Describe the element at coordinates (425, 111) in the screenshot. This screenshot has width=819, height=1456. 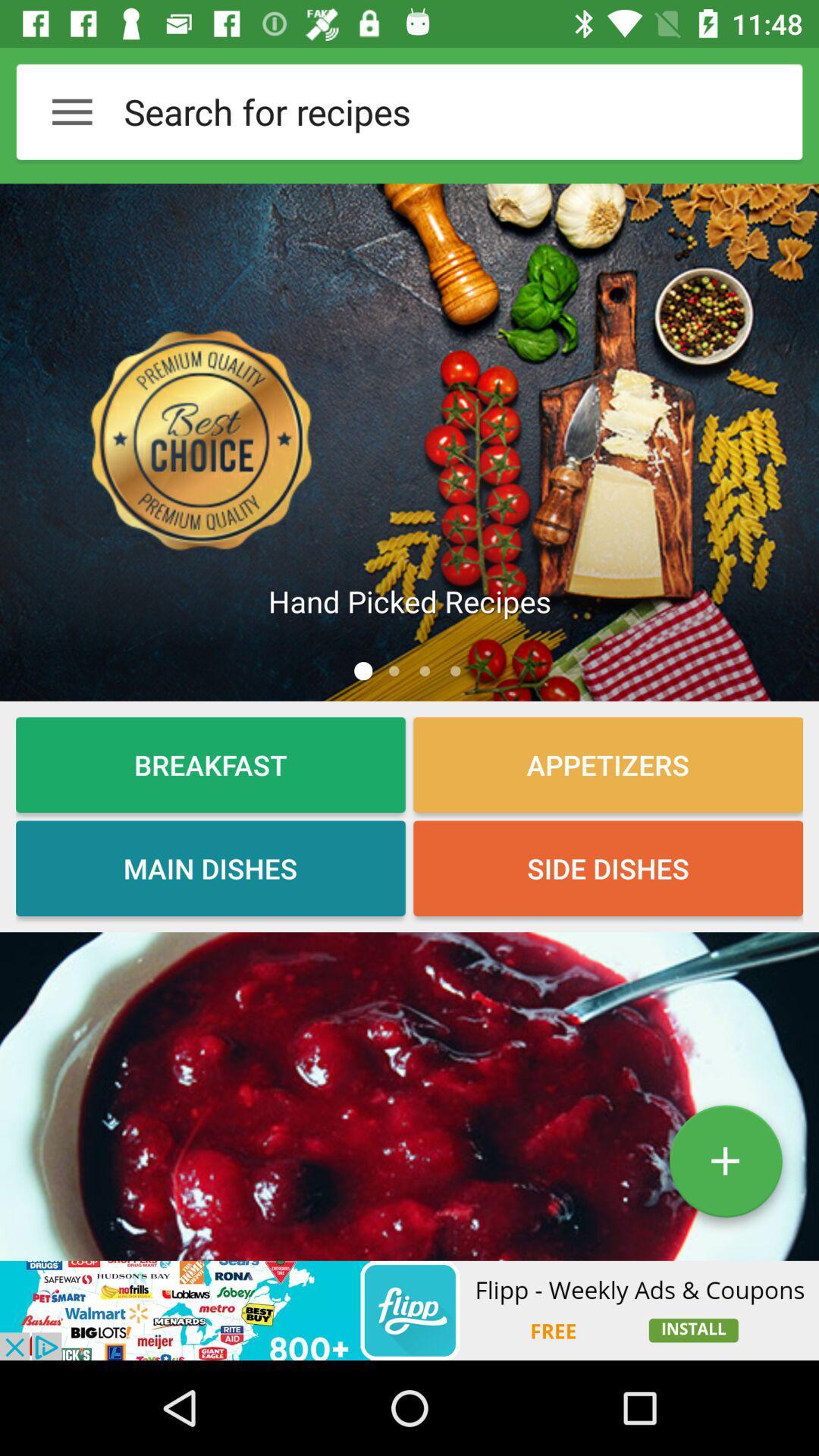
I see `search for recipes` at that location.